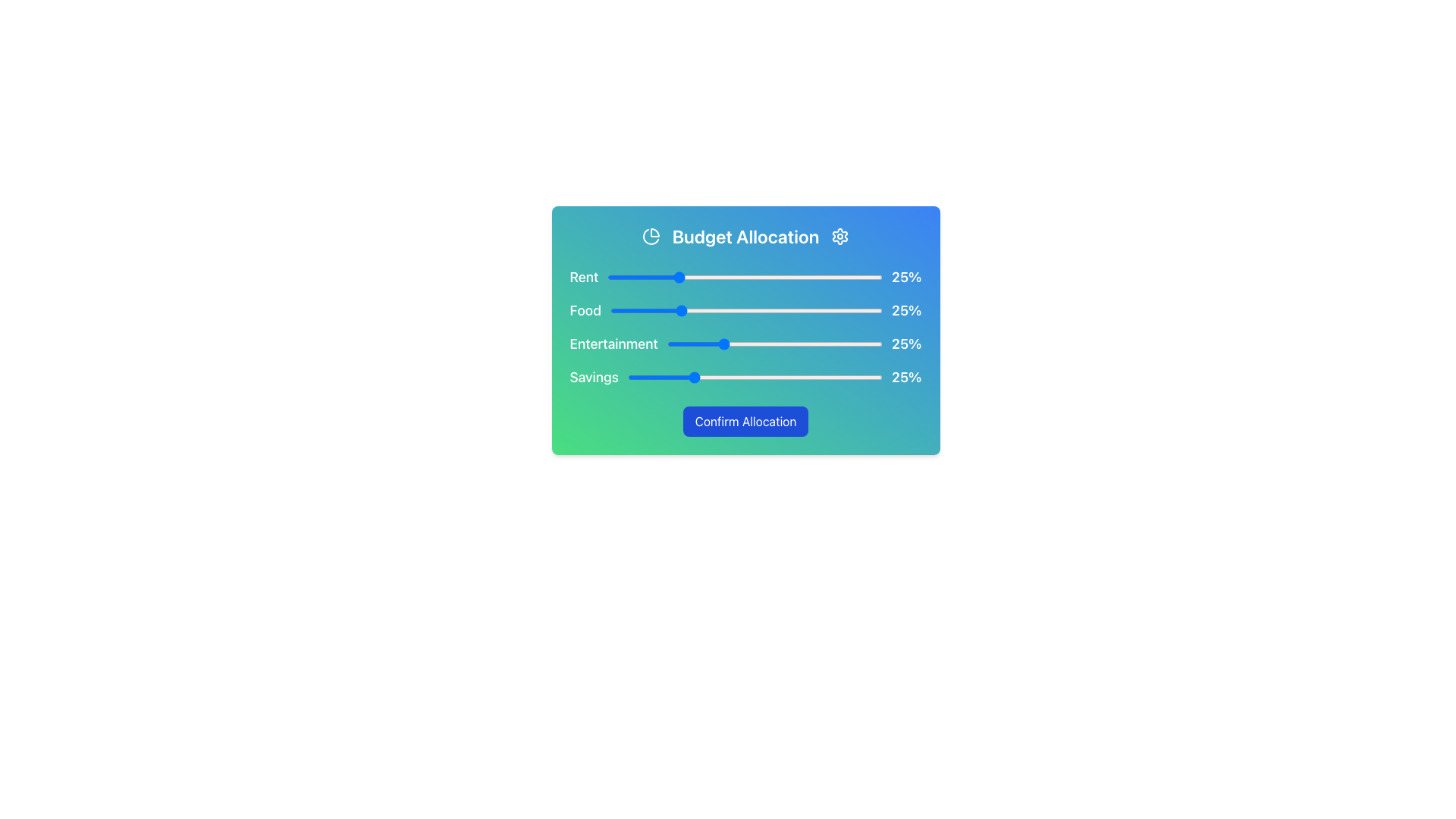  I want to click on the Entertainment budget percentage, so click(670, 344).